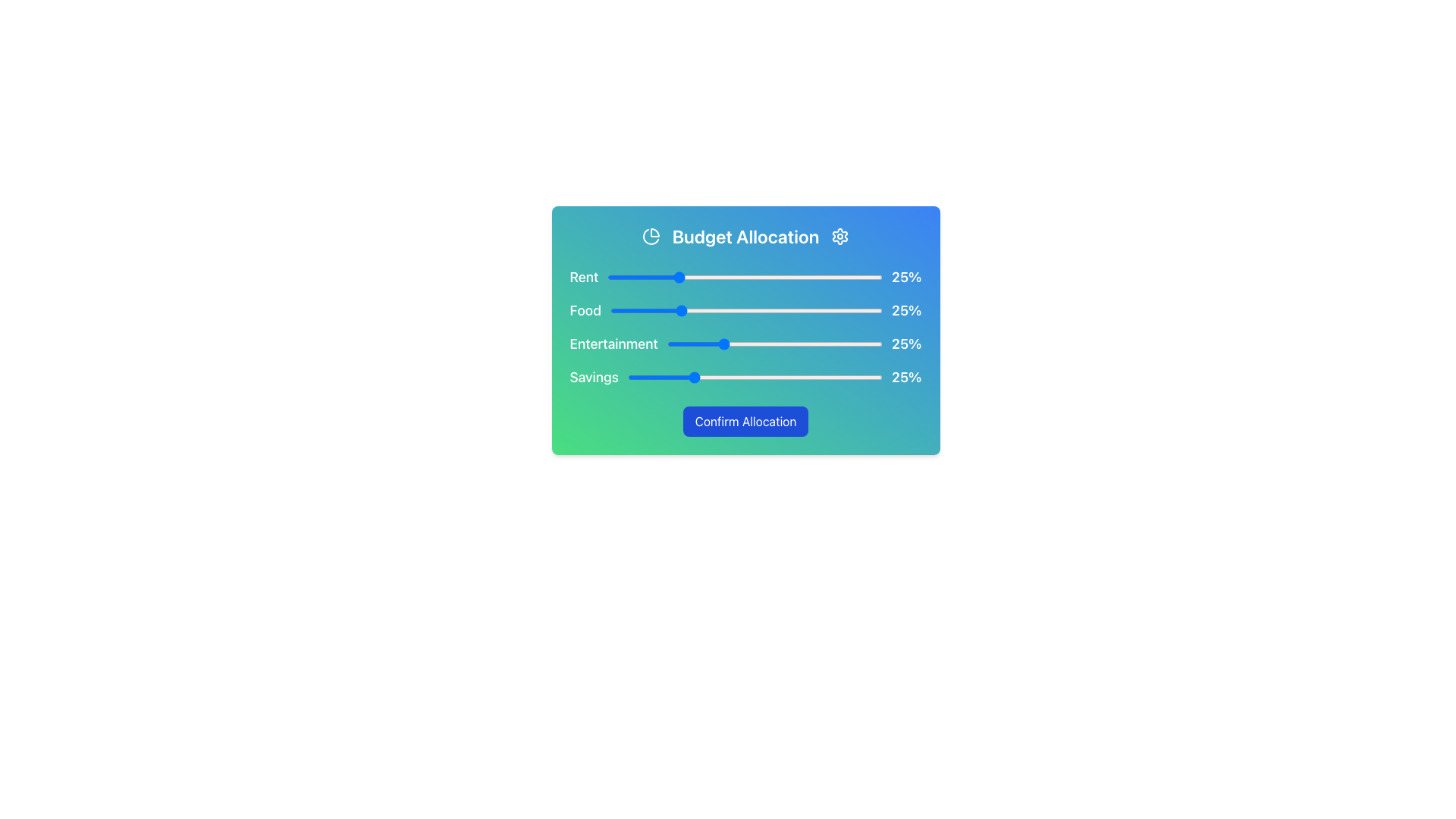  I want to click on the Entertainment budget percentage, so click(670, 344).